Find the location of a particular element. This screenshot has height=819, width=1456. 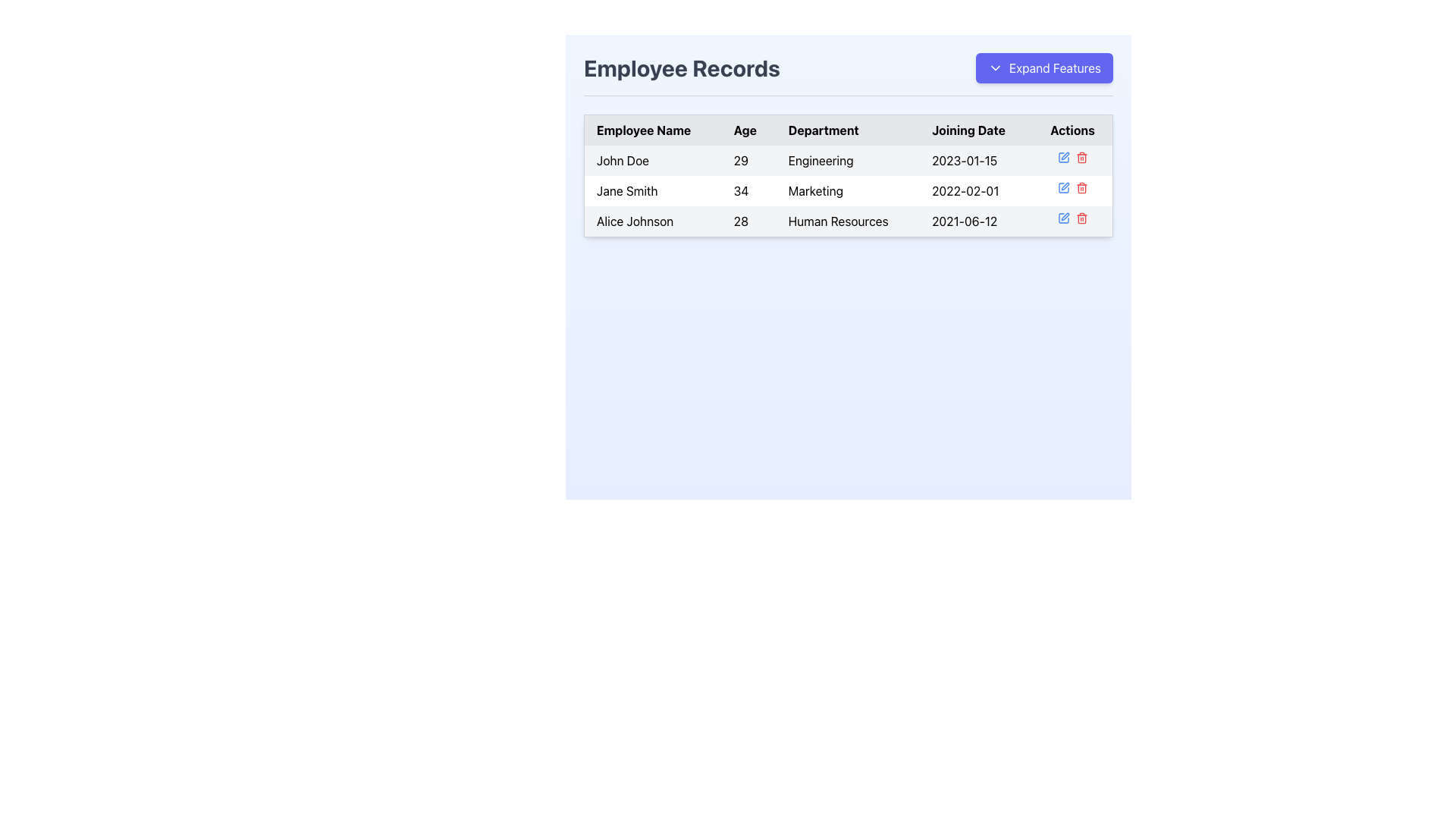

the delete icon in the 'Actions' column of the last row of the table is located at coordinates (1081, 218).